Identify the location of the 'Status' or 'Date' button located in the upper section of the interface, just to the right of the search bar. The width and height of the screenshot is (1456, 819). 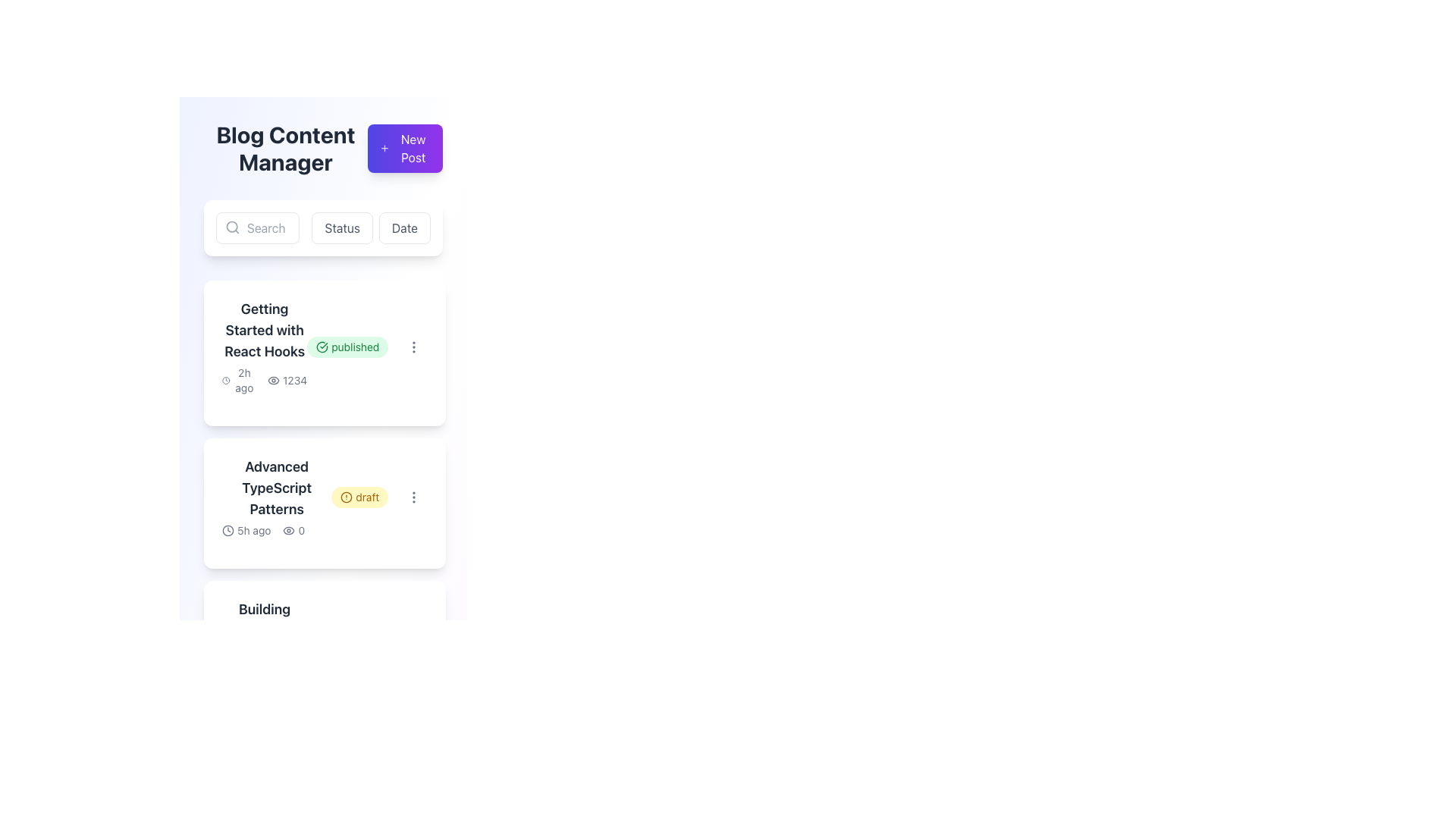
(371, 227).